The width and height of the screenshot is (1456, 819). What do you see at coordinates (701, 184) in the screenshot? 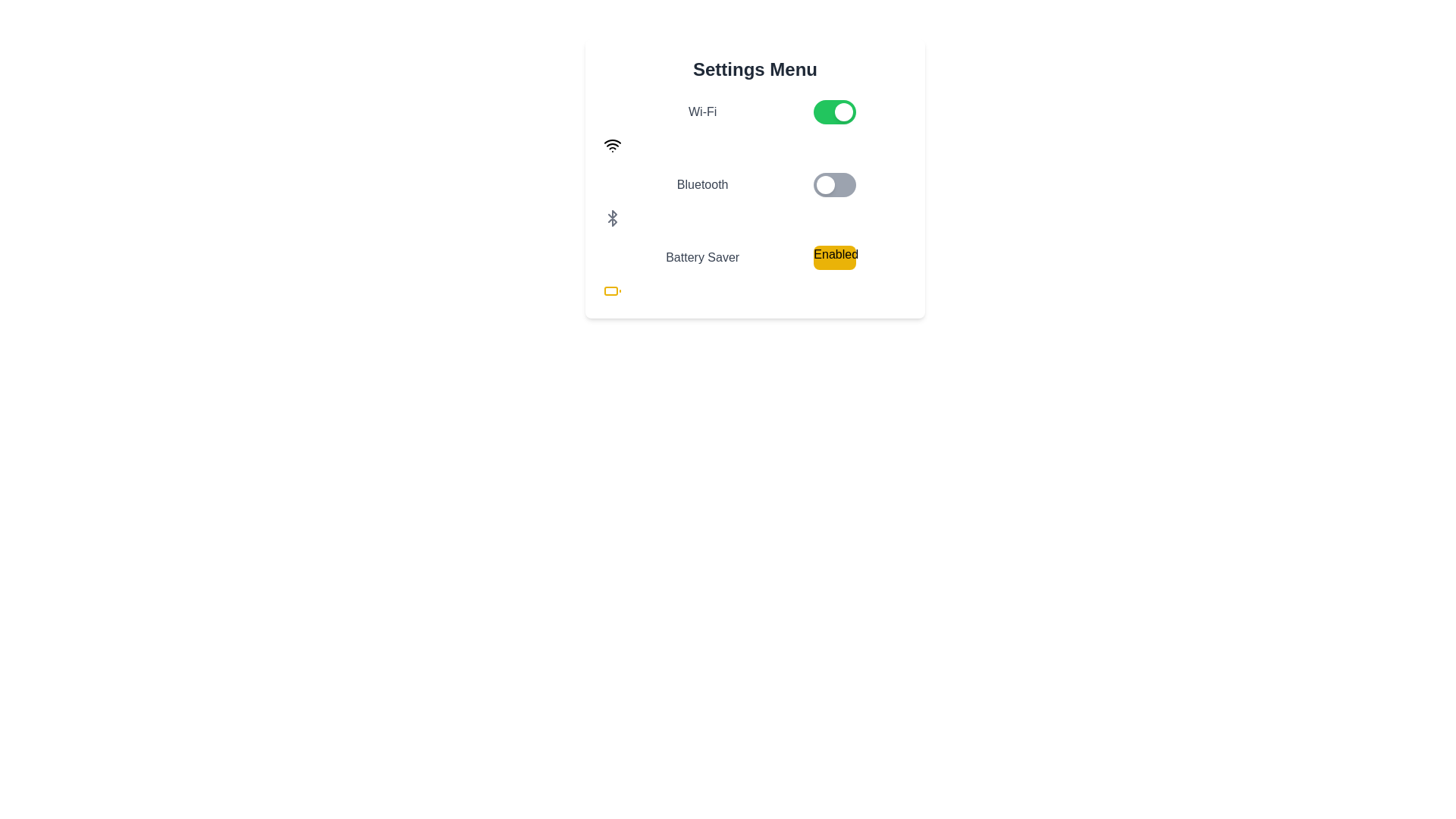
I see `the association of the 'Bluetooth' label with the toggle switch located below it` at bounding box center [701, 184].